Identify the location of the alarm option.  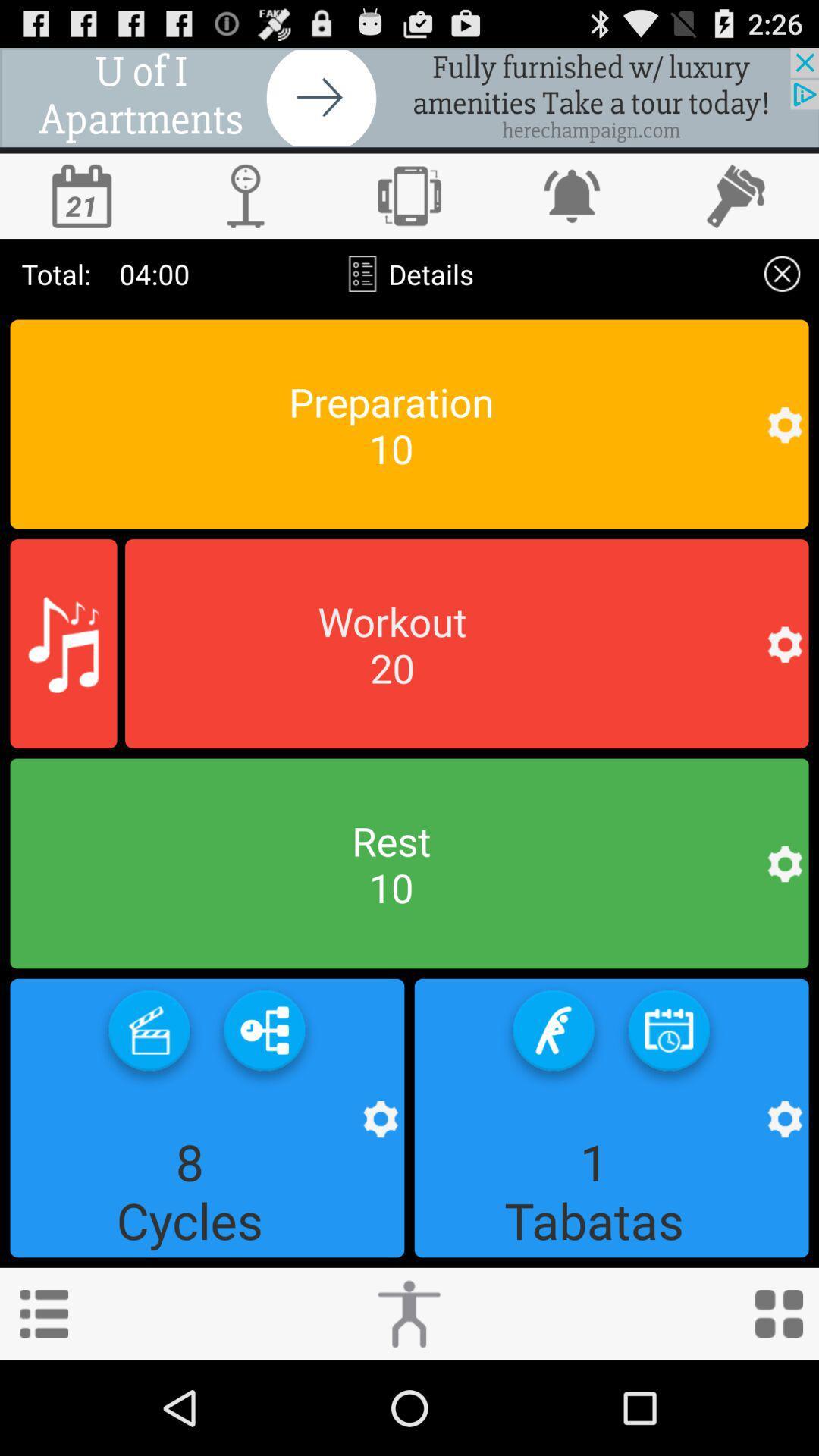
(573, 195).